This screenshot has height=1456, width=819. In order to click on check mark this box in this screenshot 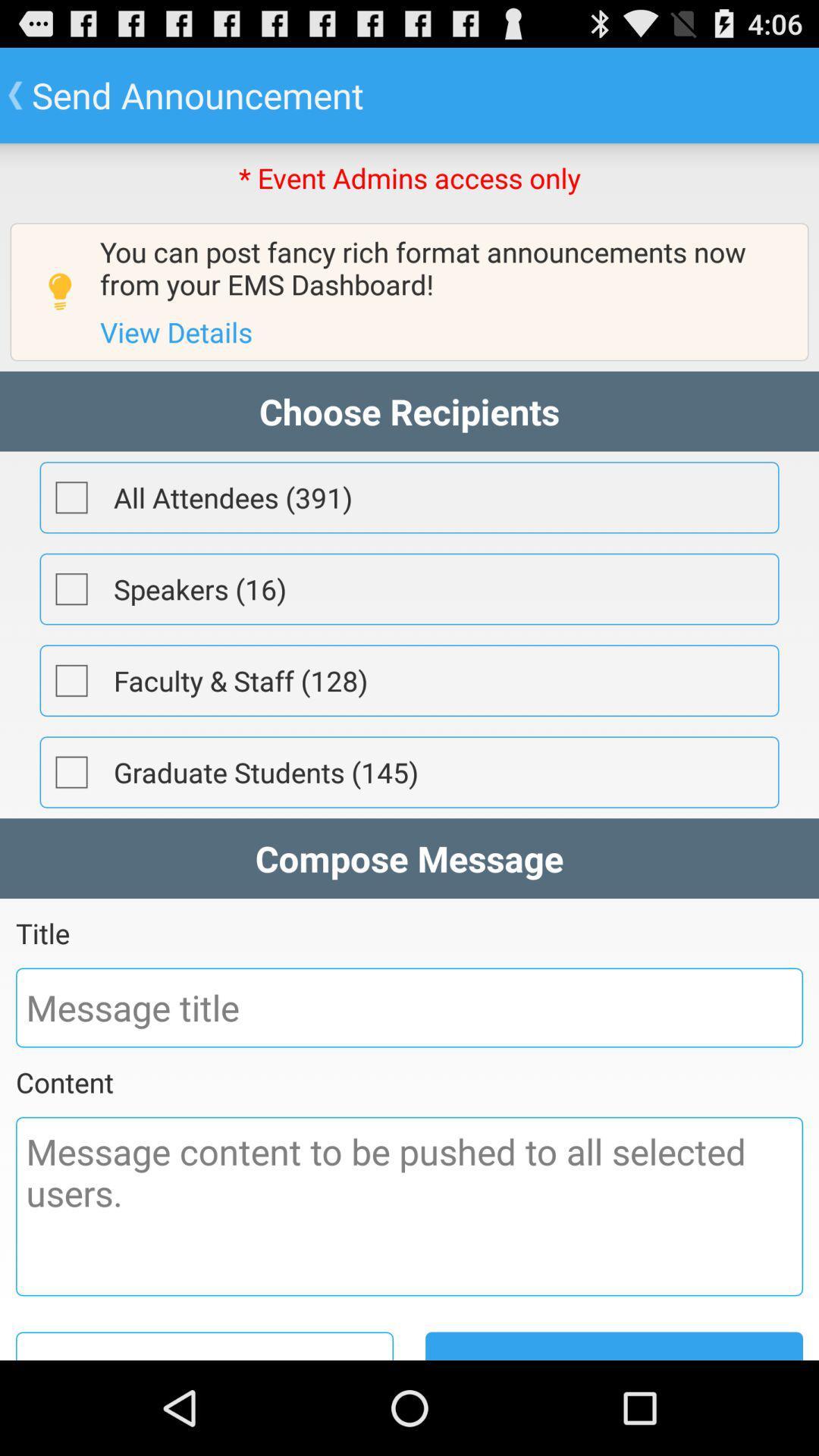, I will do `click(71, 772)`.